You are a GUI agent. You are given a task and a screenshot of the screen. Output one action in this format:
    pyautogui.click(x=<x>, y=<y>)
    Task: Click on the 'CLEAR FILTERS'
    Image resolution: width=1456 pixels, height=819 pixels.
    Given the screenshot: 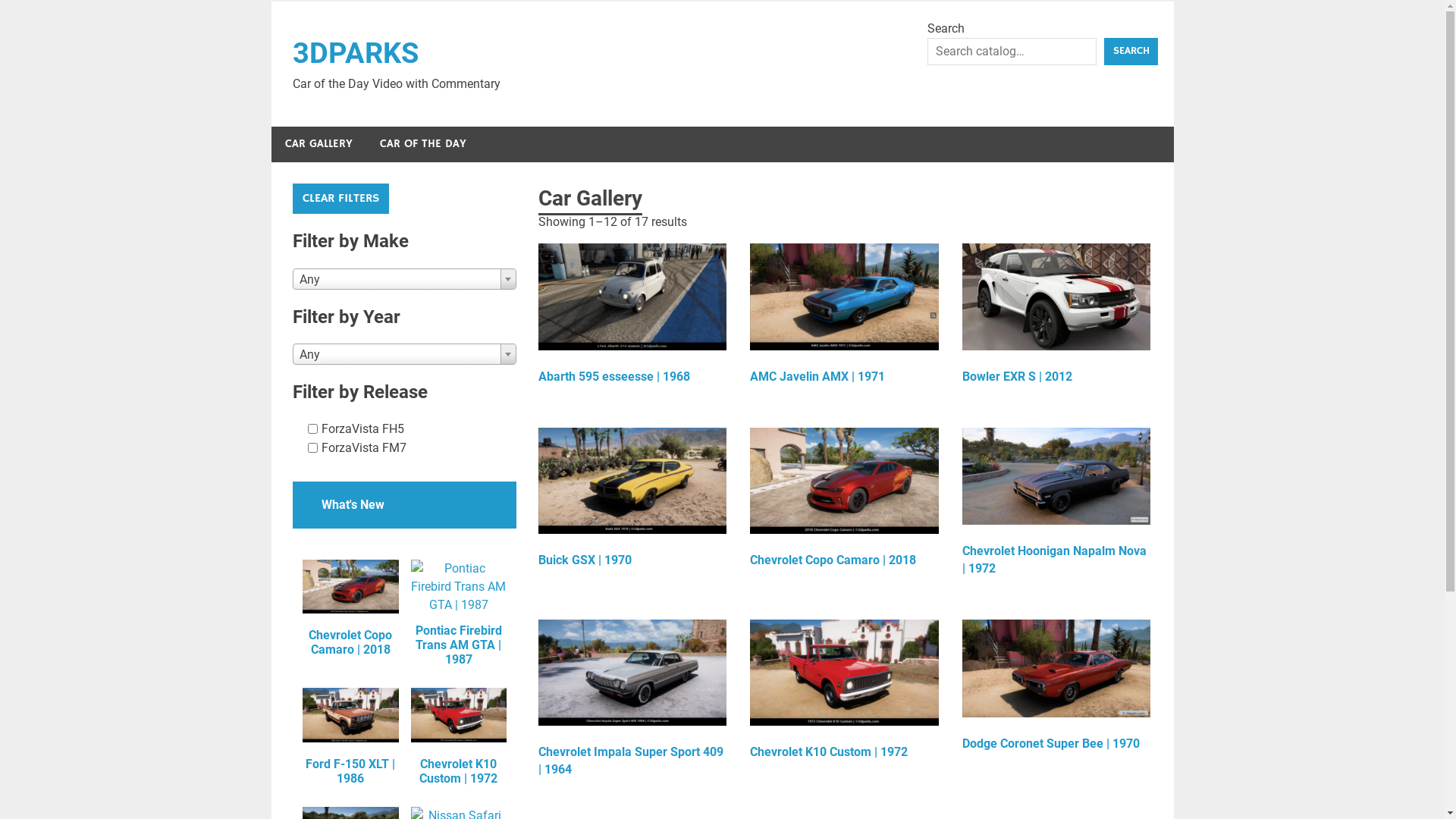 What is the action you would take?
    pyautogui.click(x=340, y=198)
    